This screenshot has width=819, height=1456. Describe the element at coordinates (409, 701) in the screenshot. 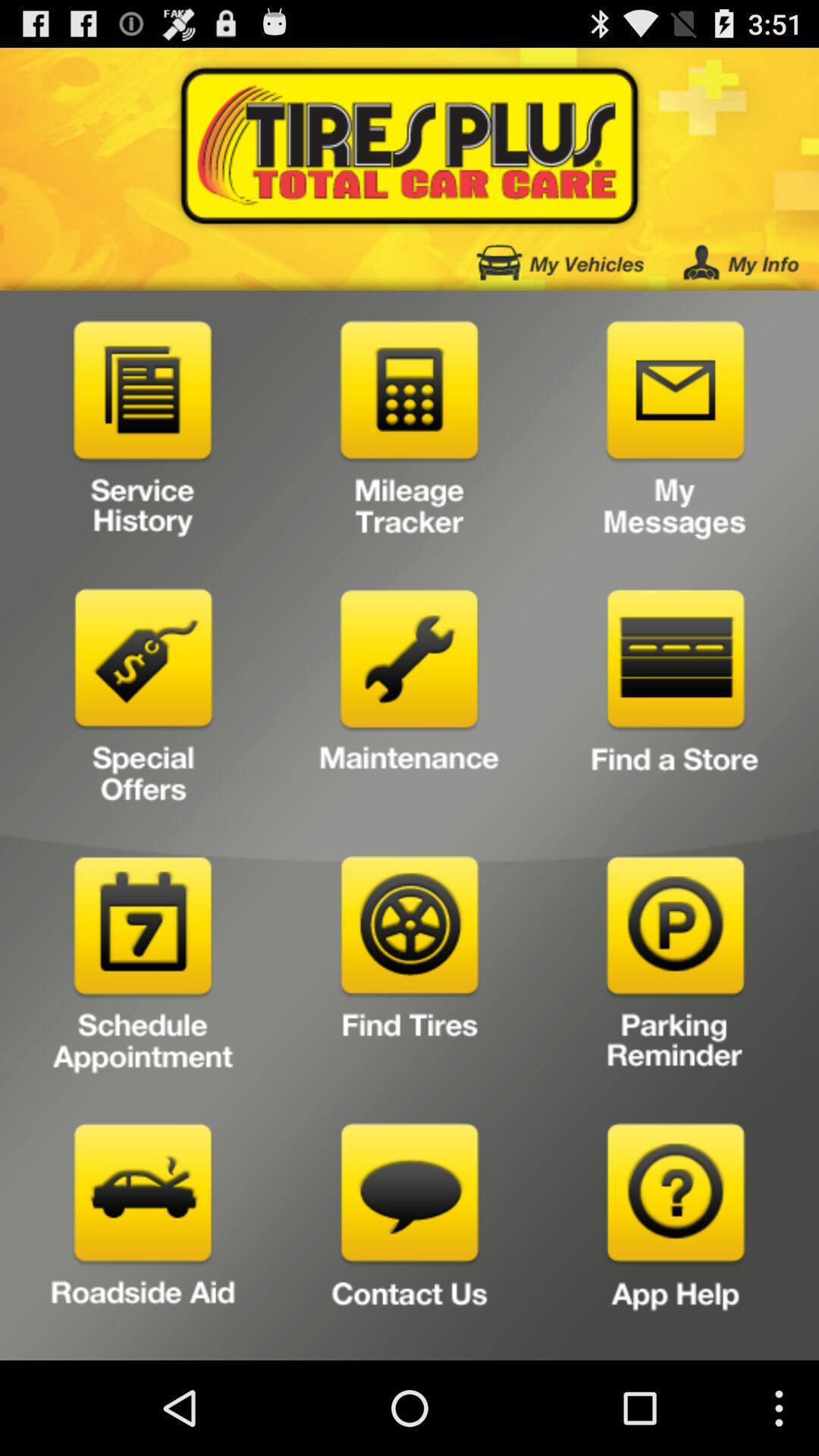

I see `maintenance records from tire plus about your vehicle` at that location.